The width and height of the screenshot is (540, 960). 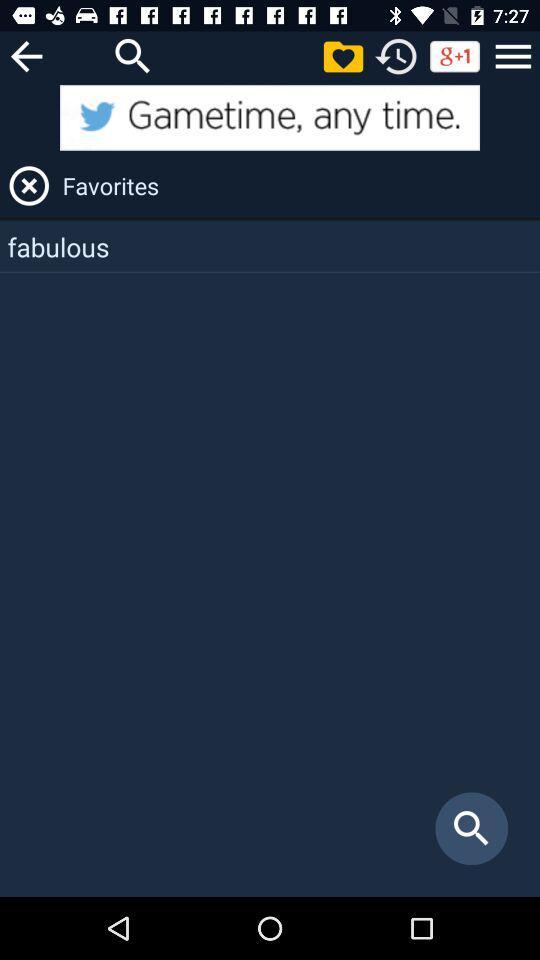 What do you see at coordinates (396, 55) in the screenshot?
I see `refresh page option` at bounding box center [396, 55].